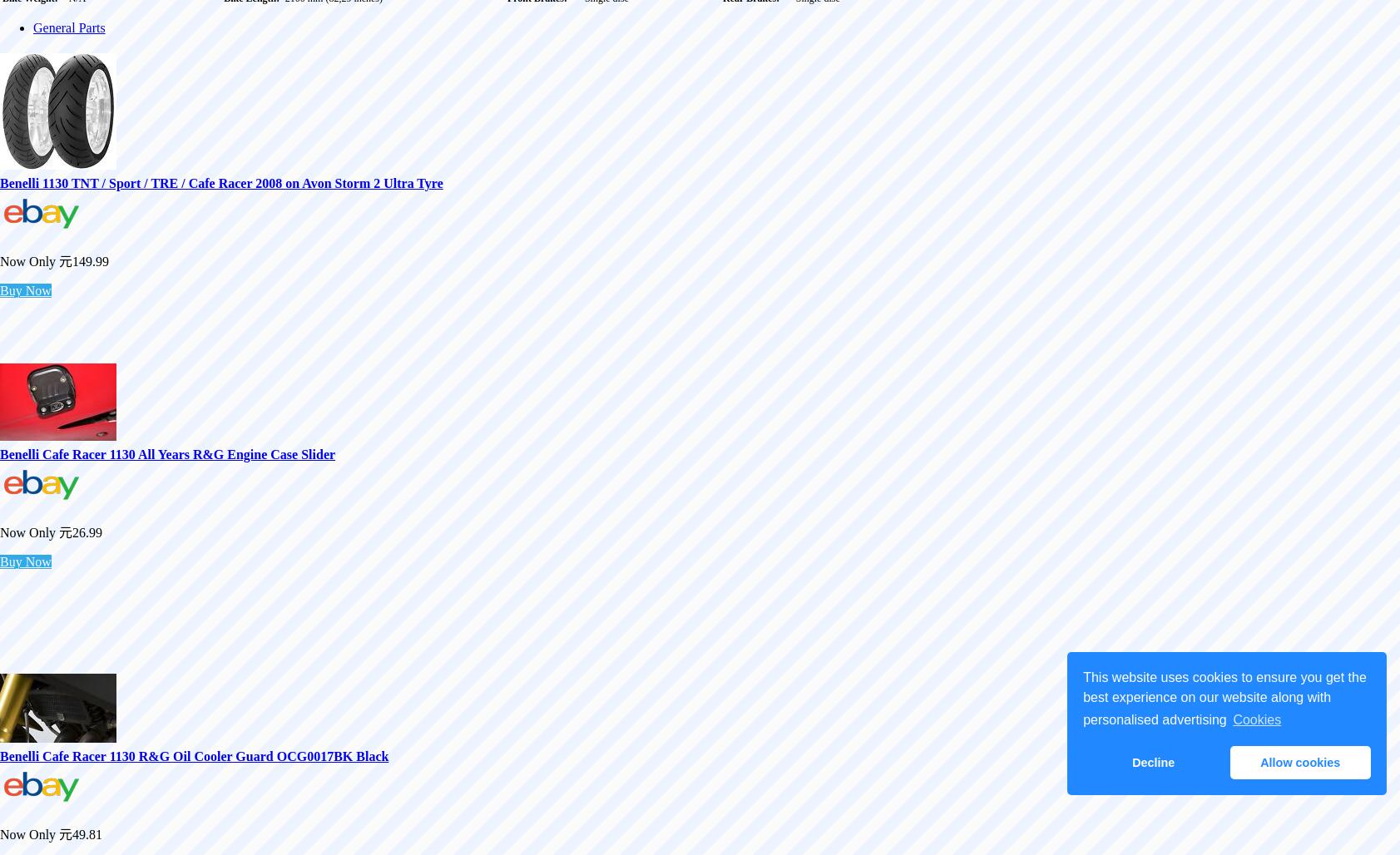 The width and height of the screenshot is (1400, 855). I want to click on 'Decline', so click(1152, 762).